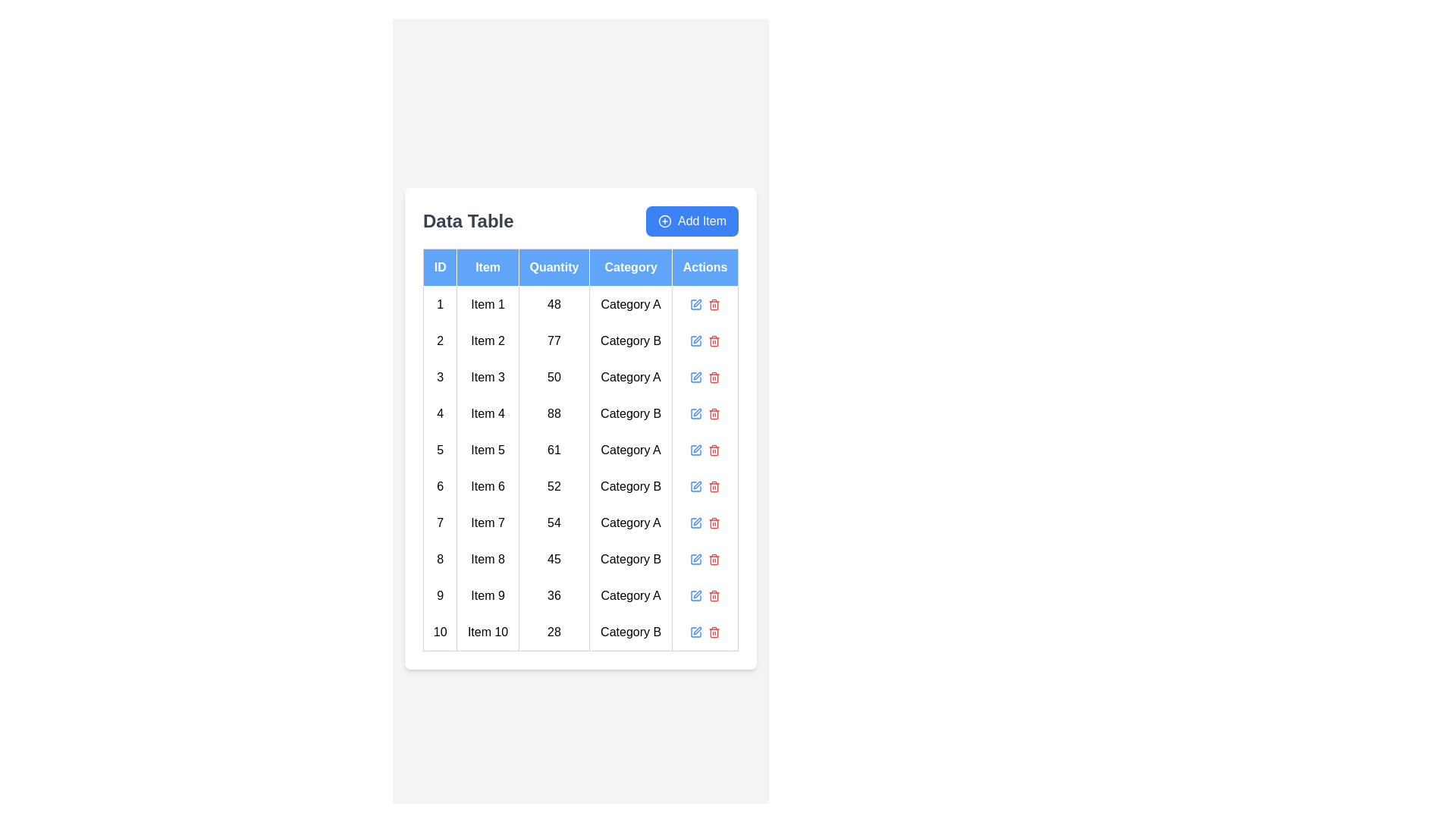 The image size is (1456, 819). What do you see at coordinates (553, 522) in the screenshot?
I see `the Text cell displaying the number '54' in bold black font, which is located in the third cell of the seventh row under the 'Quantity' column` at bounding box center [553, 522].